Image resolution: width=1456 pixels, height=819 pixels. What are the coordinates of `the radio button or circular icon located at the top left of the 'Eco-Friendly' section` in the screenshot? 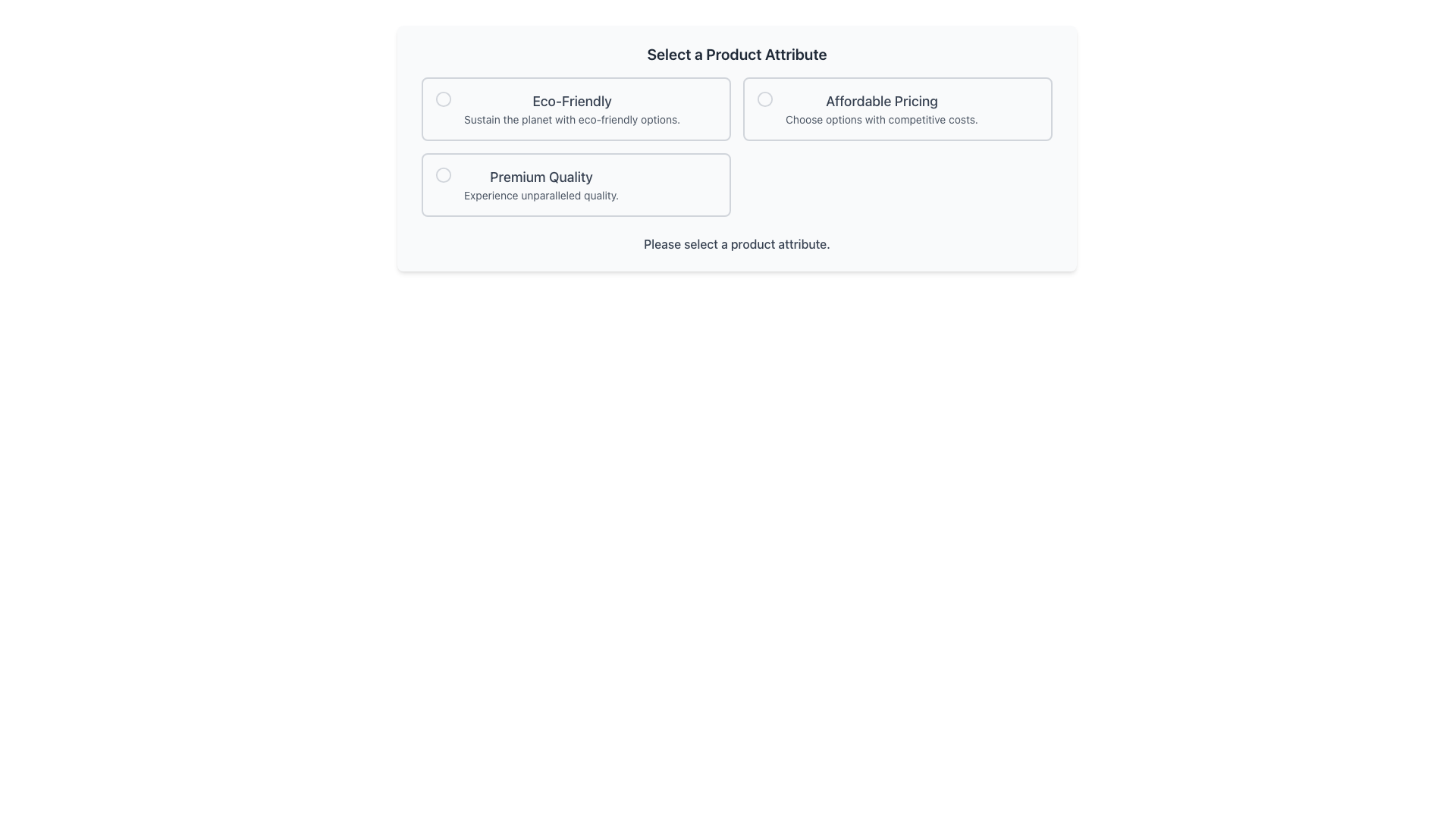 It's located at (443, 99).